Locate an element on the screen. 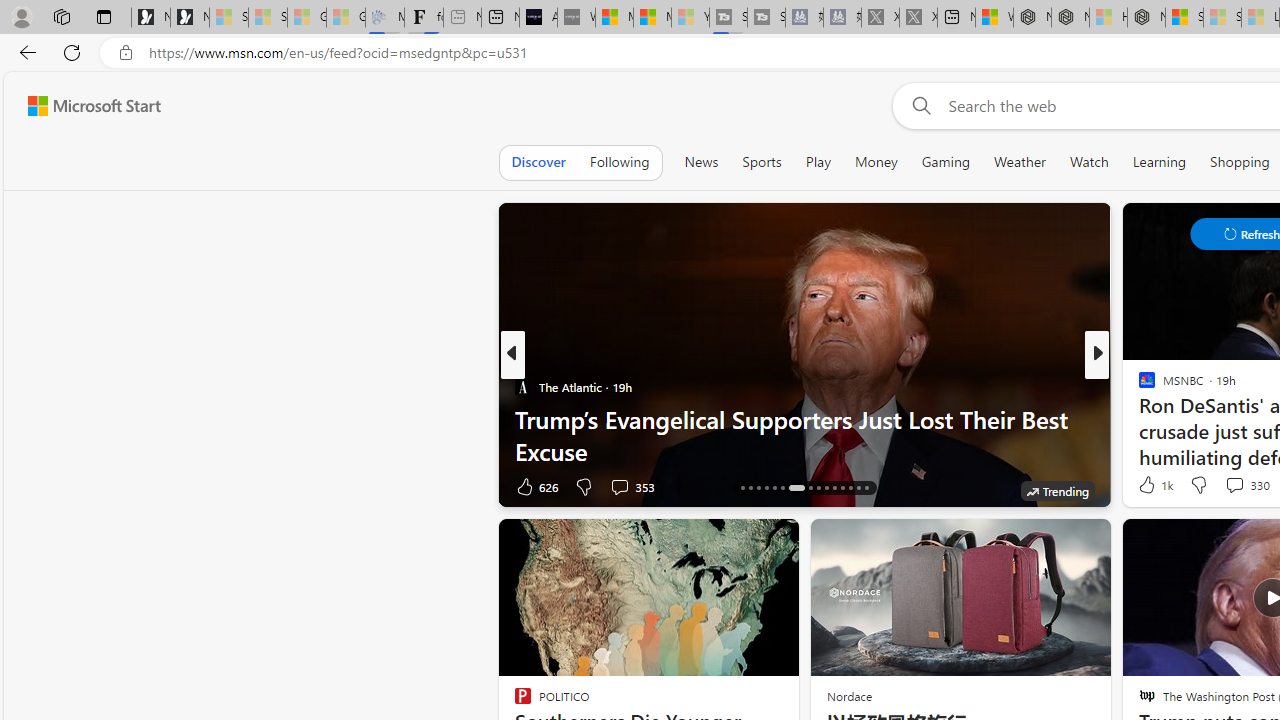  'Skip to content' is located at coordinates (86, 105).